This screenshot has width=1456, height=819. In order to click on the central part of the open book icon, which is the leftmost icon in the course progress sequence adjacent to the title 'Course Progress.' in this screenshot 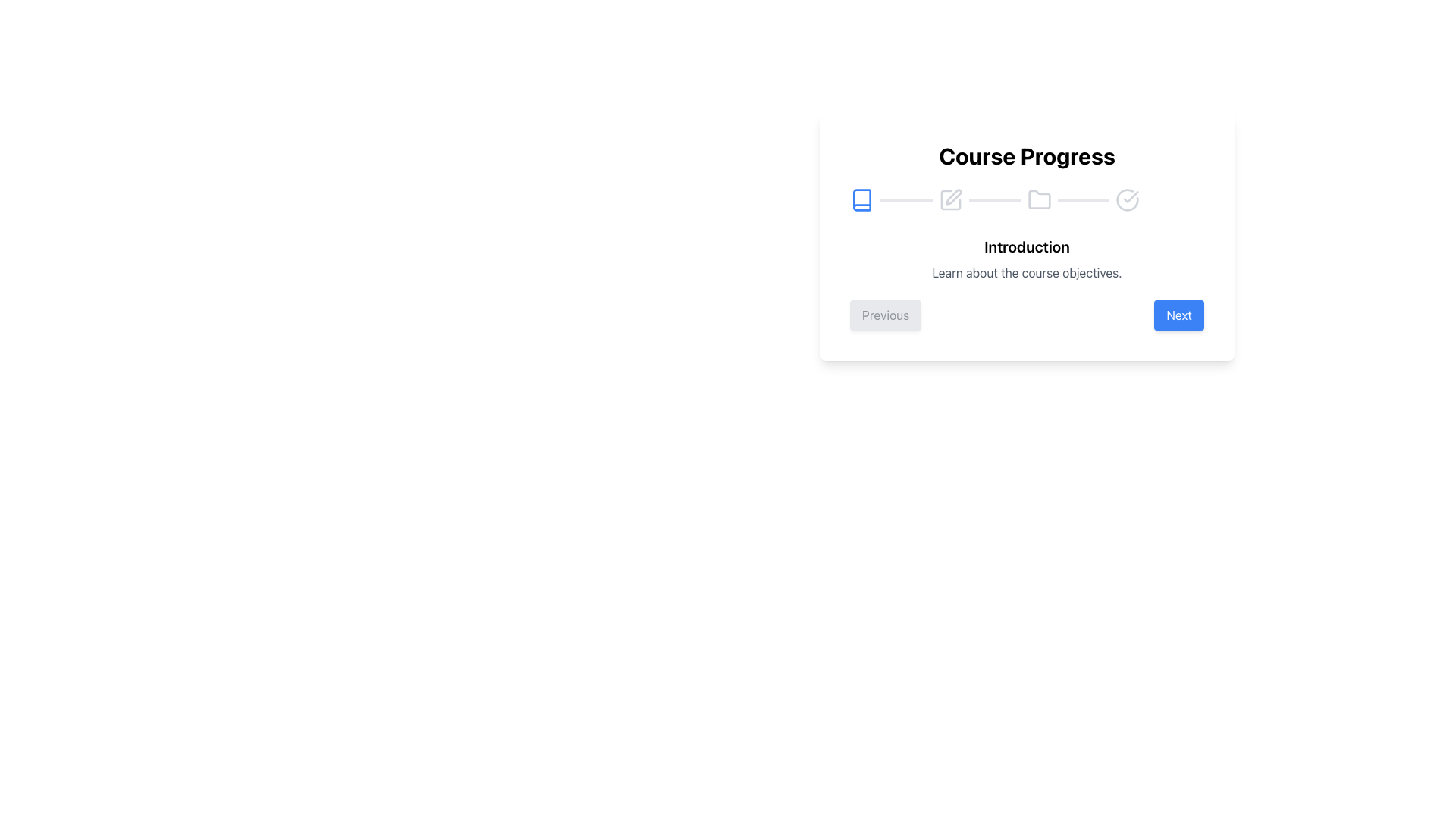, I will do `click(862, 199)`.